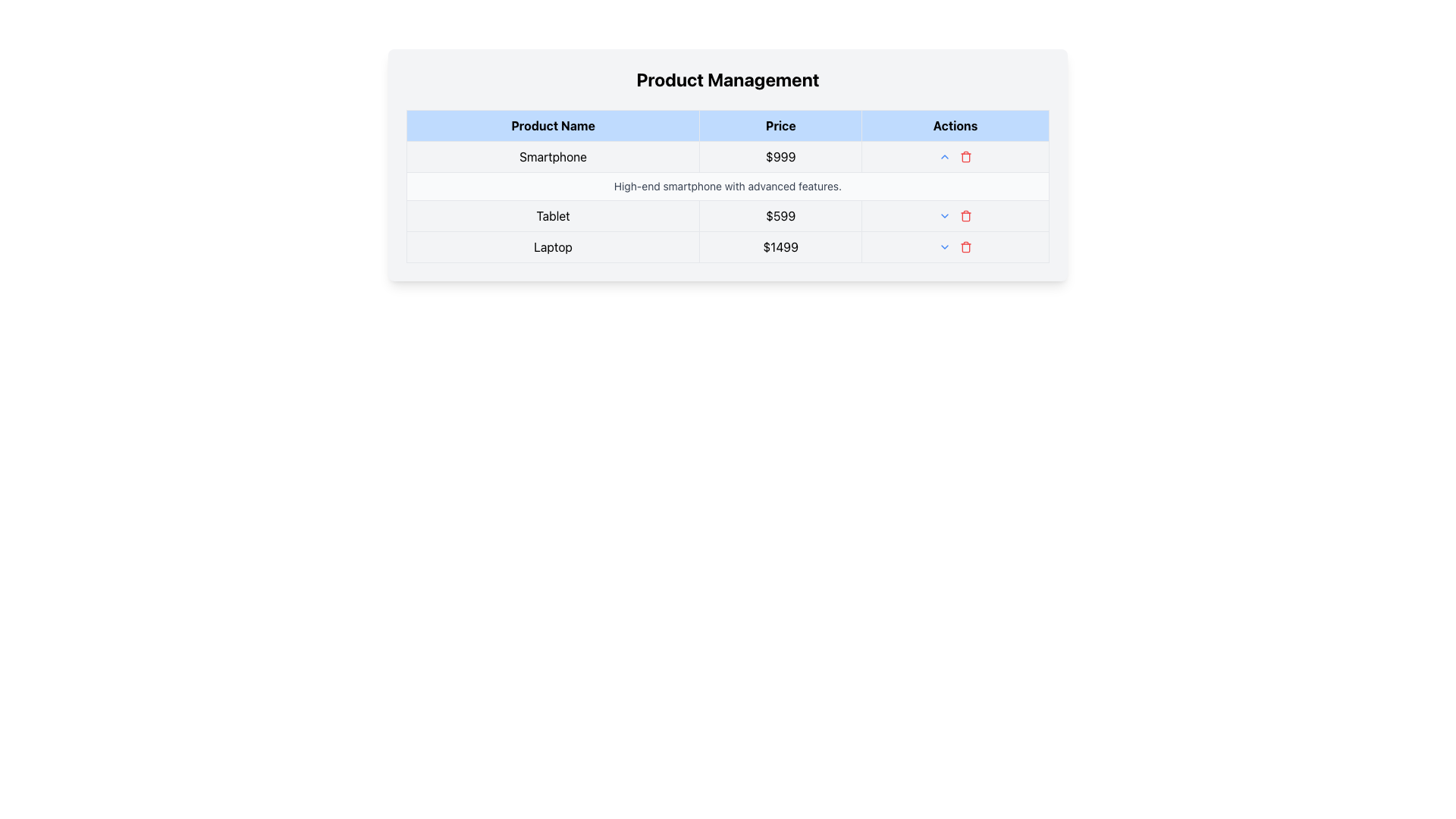  I want to click on the delete icon button located in the 'Actions' column of the last row in the table, following the blue arrow icon for the item labeled 'Laptop', so click(965, 246).